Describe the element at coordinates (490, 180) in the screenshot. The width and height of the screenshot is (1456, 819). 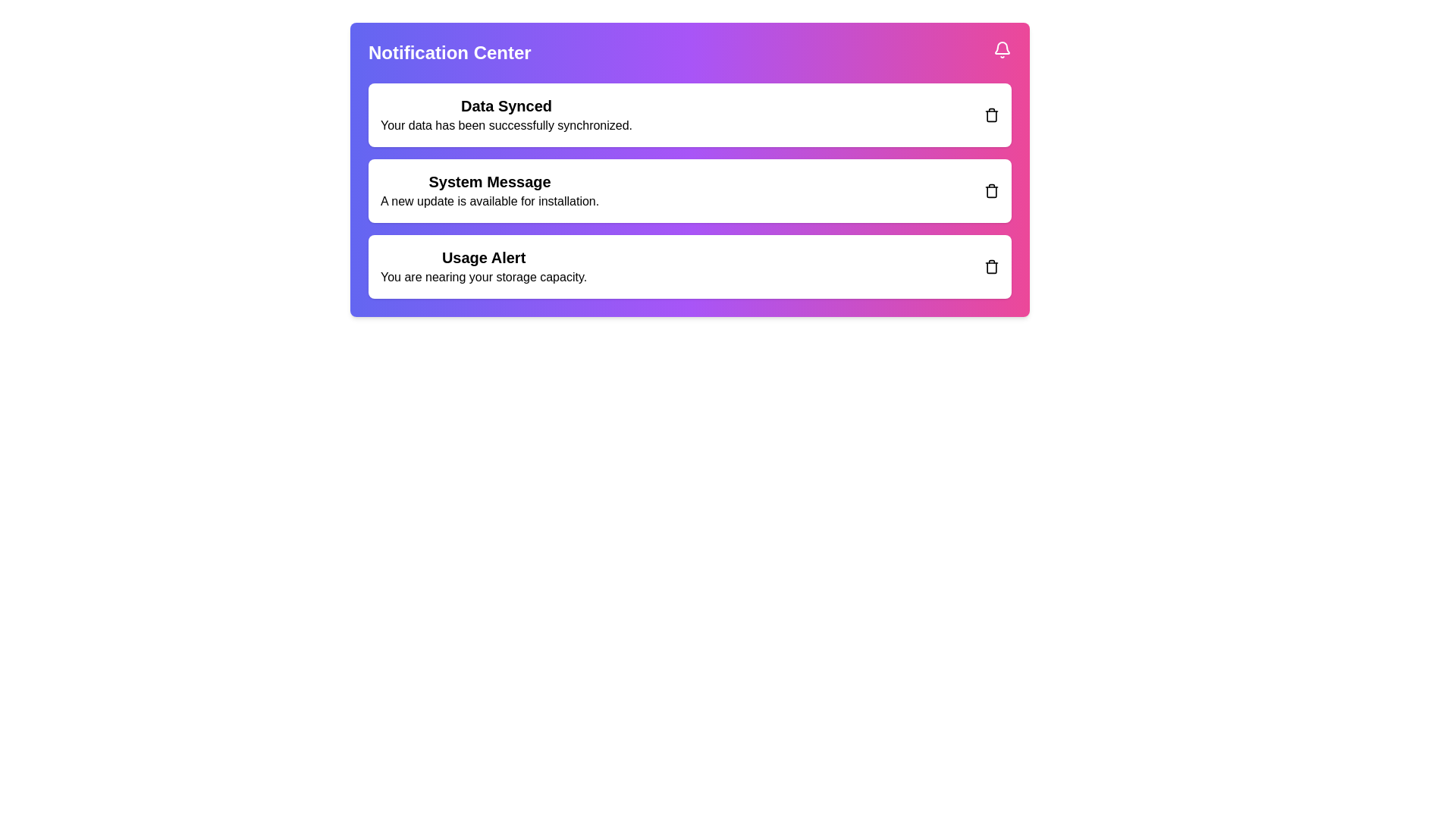
I see `bold text labeled 'System Message' located in the second notification card of the 'Notification Center', positioned above the phrase 'A new update is available for installation'` at that location.